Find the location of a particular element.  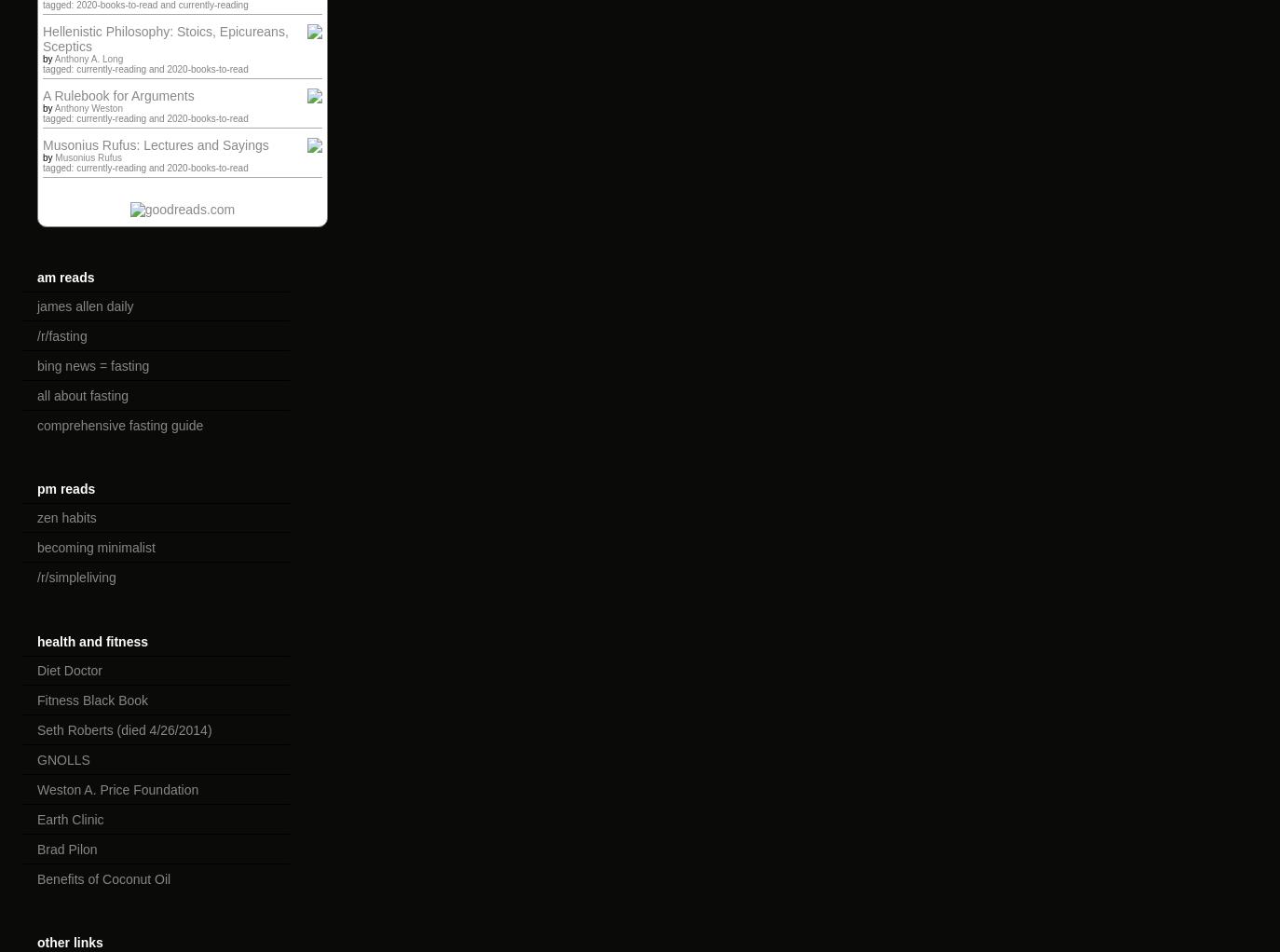

'Earth Clinic' is located at coordinates (69, 818).